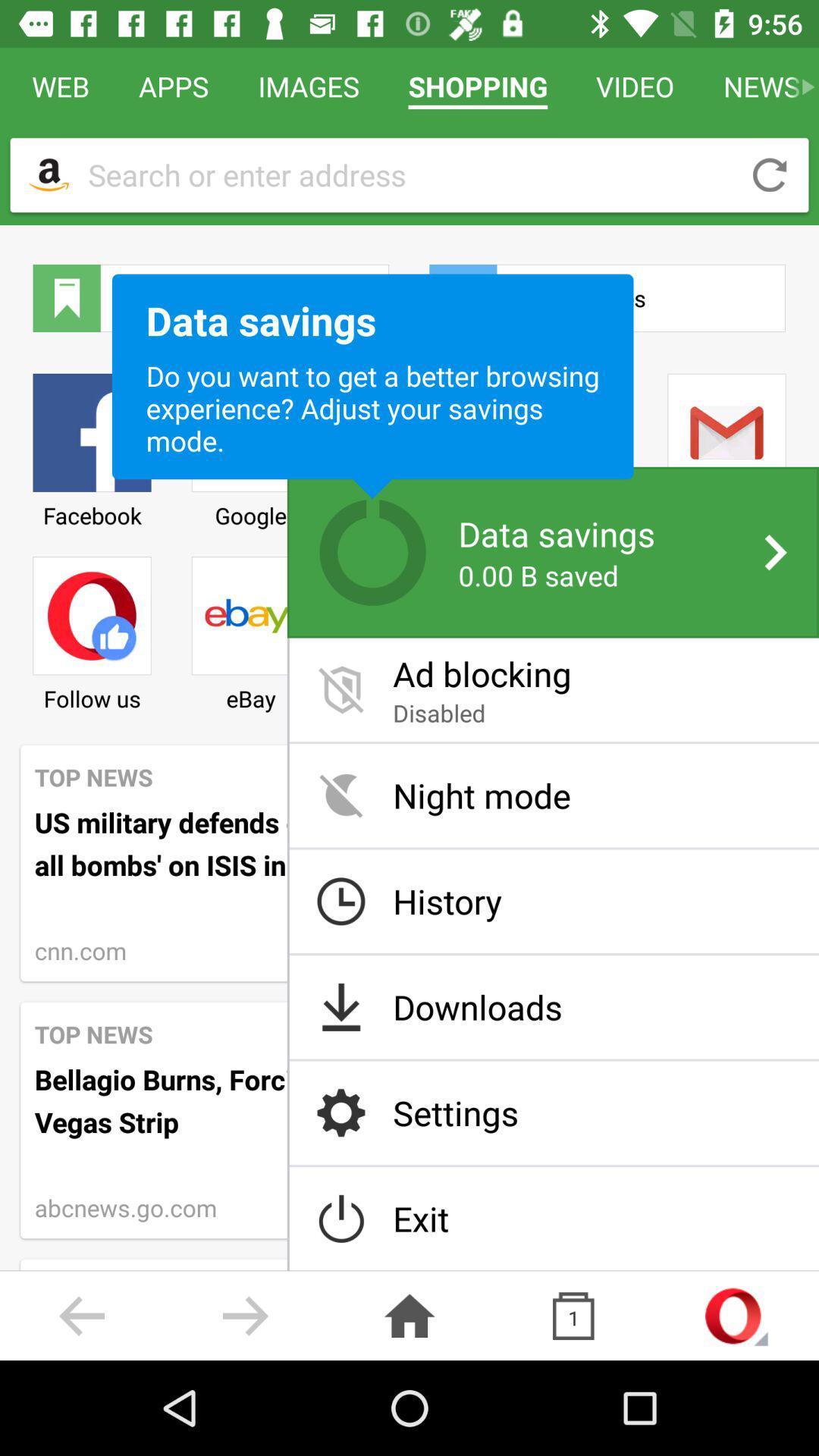 The image size is (819, 1456). Describe the element at coordinates (341, 1007) in the screenshot. I see `download icon left to downloads` at that location.